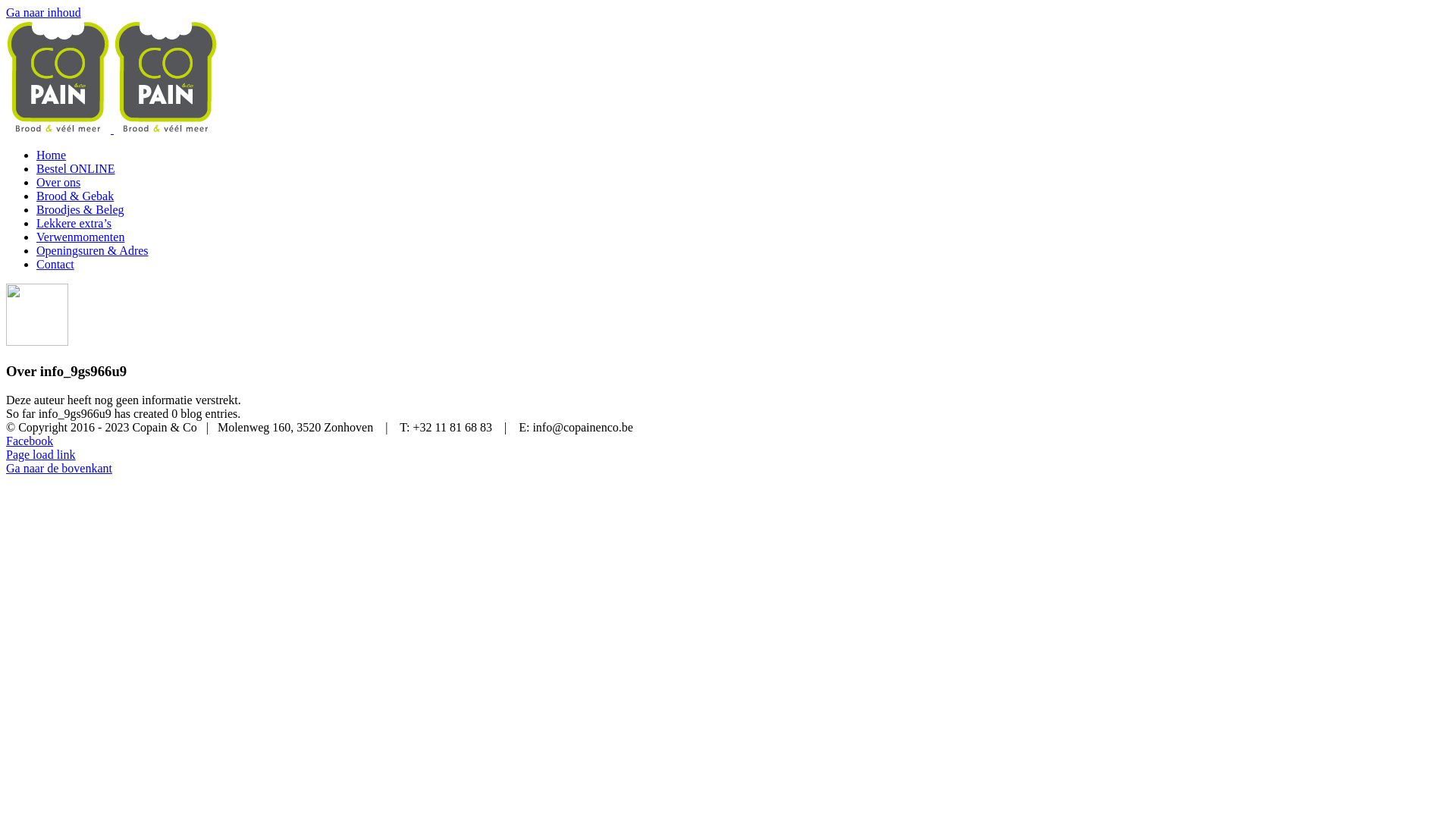 The height and width of the screenshot is (819, 1456). What do you see at coordinates (55, 263) in the screenshot?
I see `'Contact'` at bounding box center [55, 263].